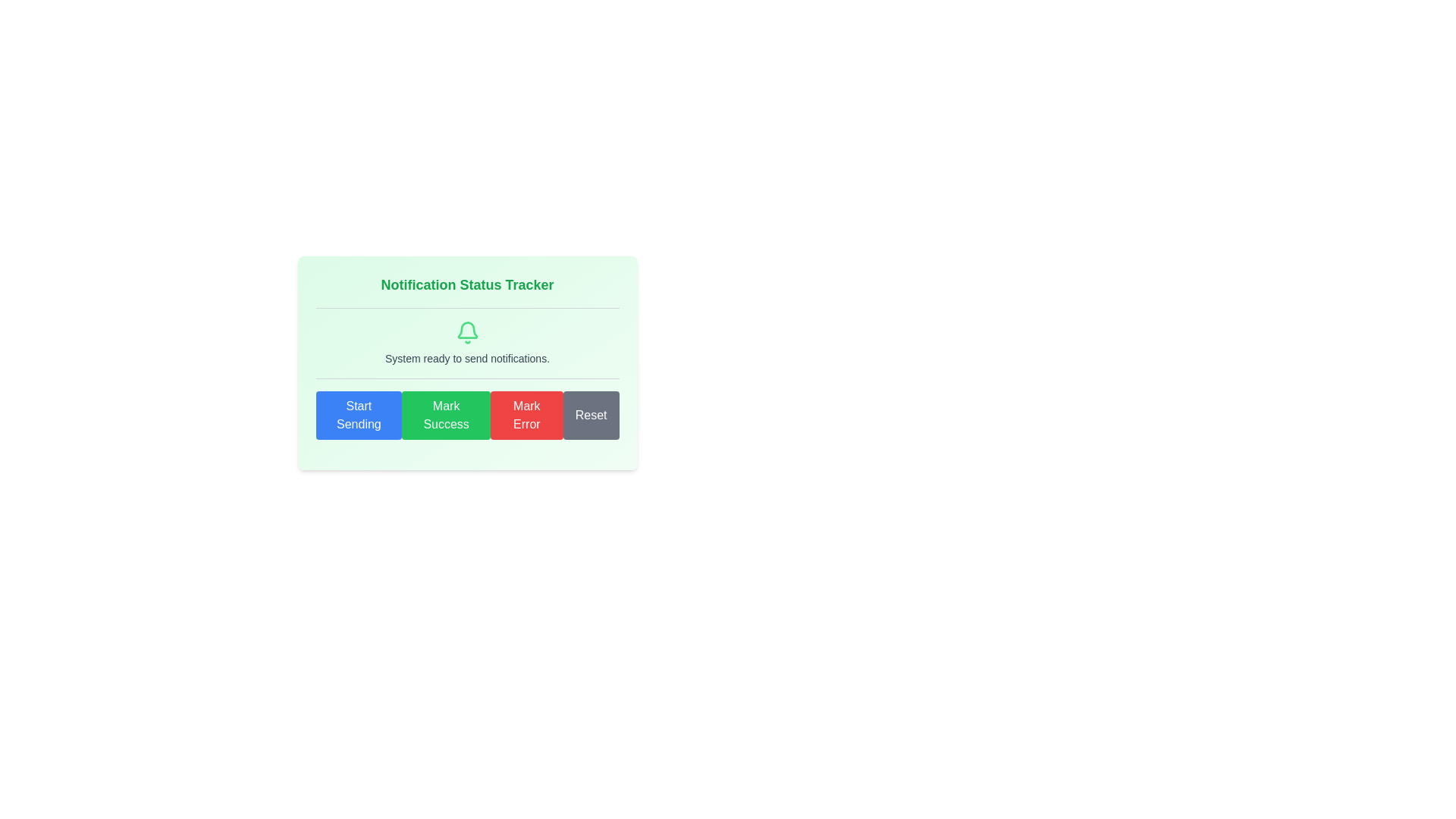  I want to click on the 'Mark Success' button, which is a rectangular button with a green background and white text, centrally located in a row of four buttons, so click(445, 415).